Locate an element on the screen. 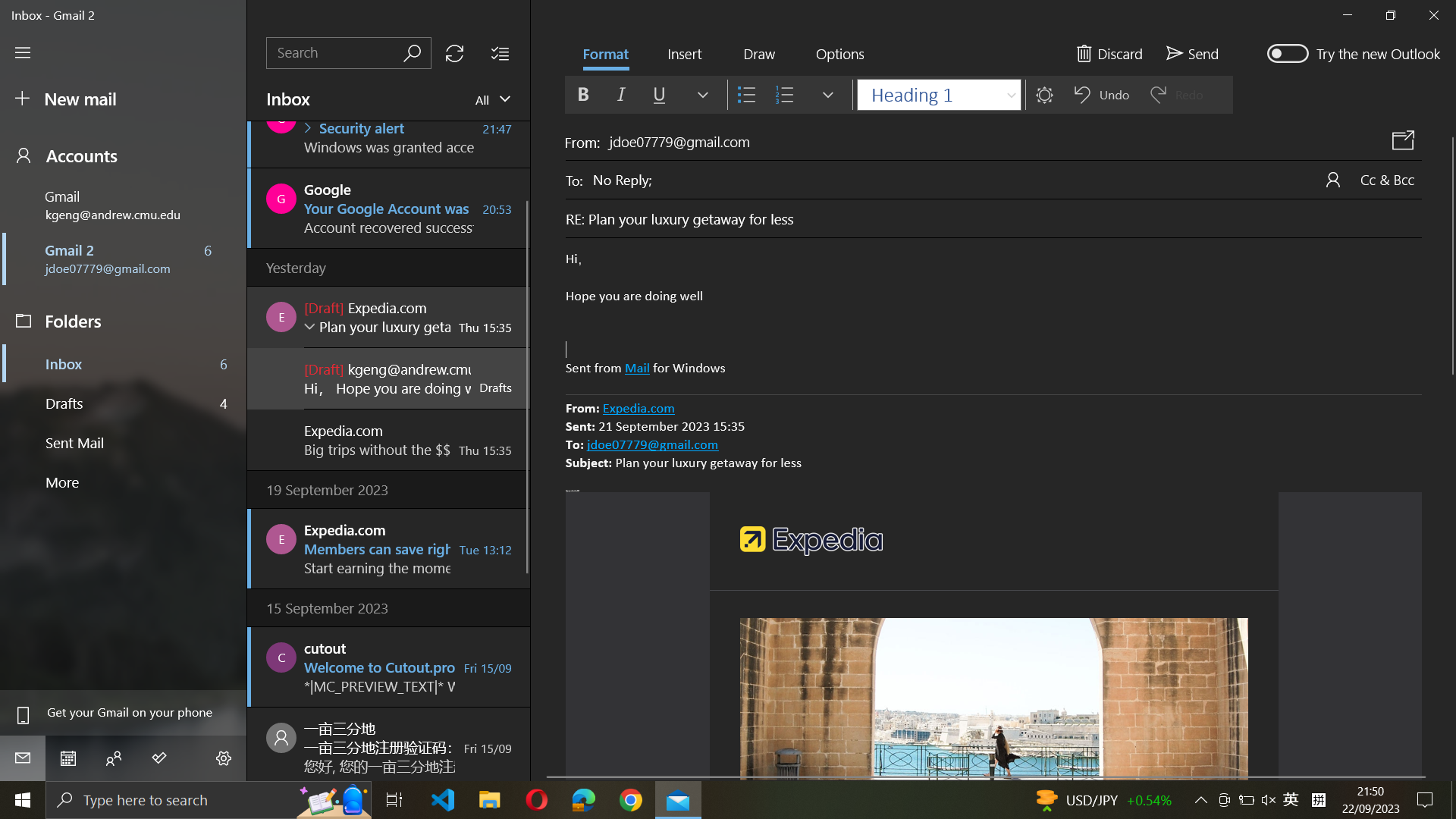  Bold and italicize selected text in the mail body is located at coordinates (993, 314).